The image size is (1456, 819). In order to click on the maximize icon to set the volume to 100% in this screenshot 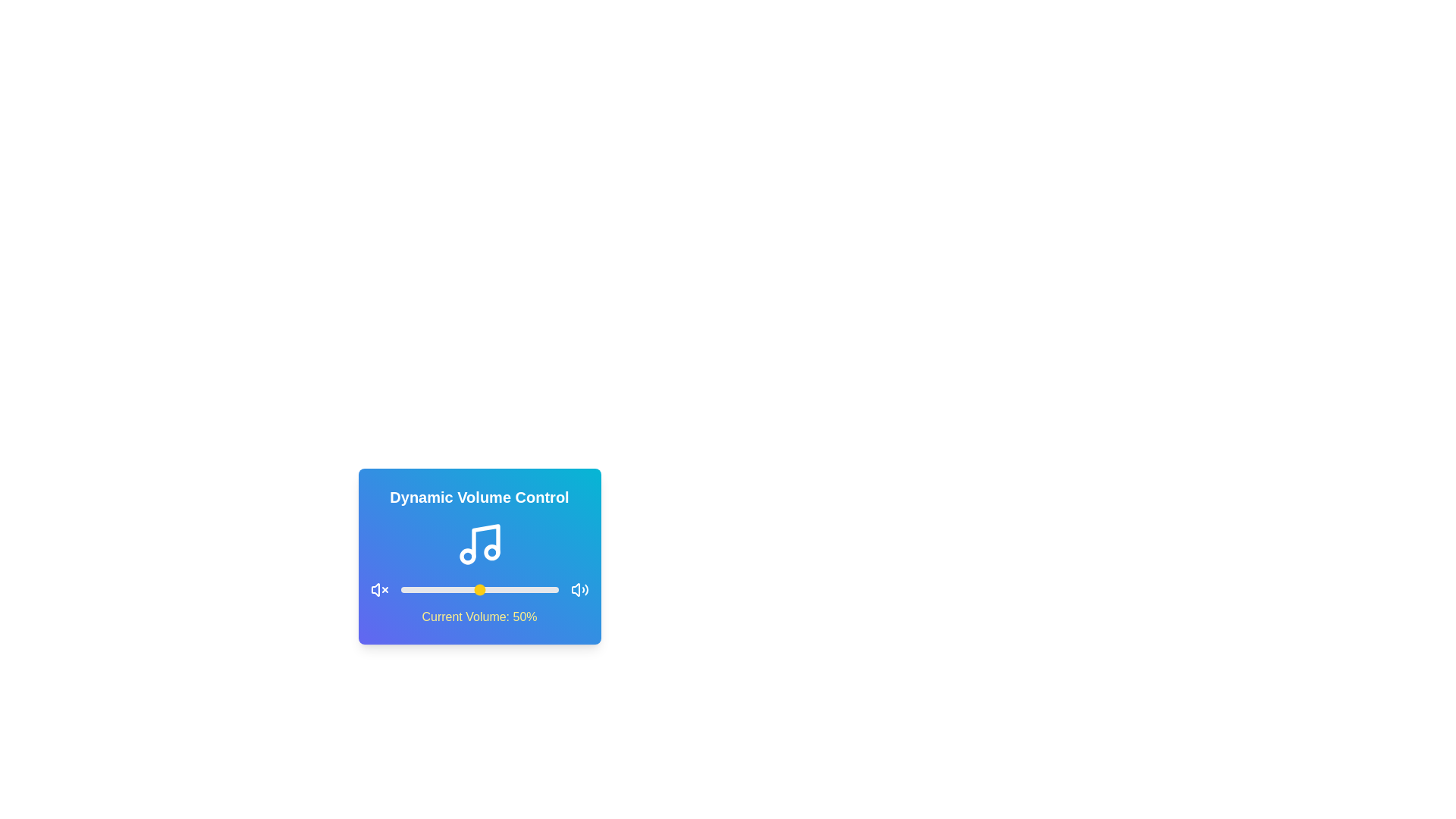, I will do `click(579, 589)`.